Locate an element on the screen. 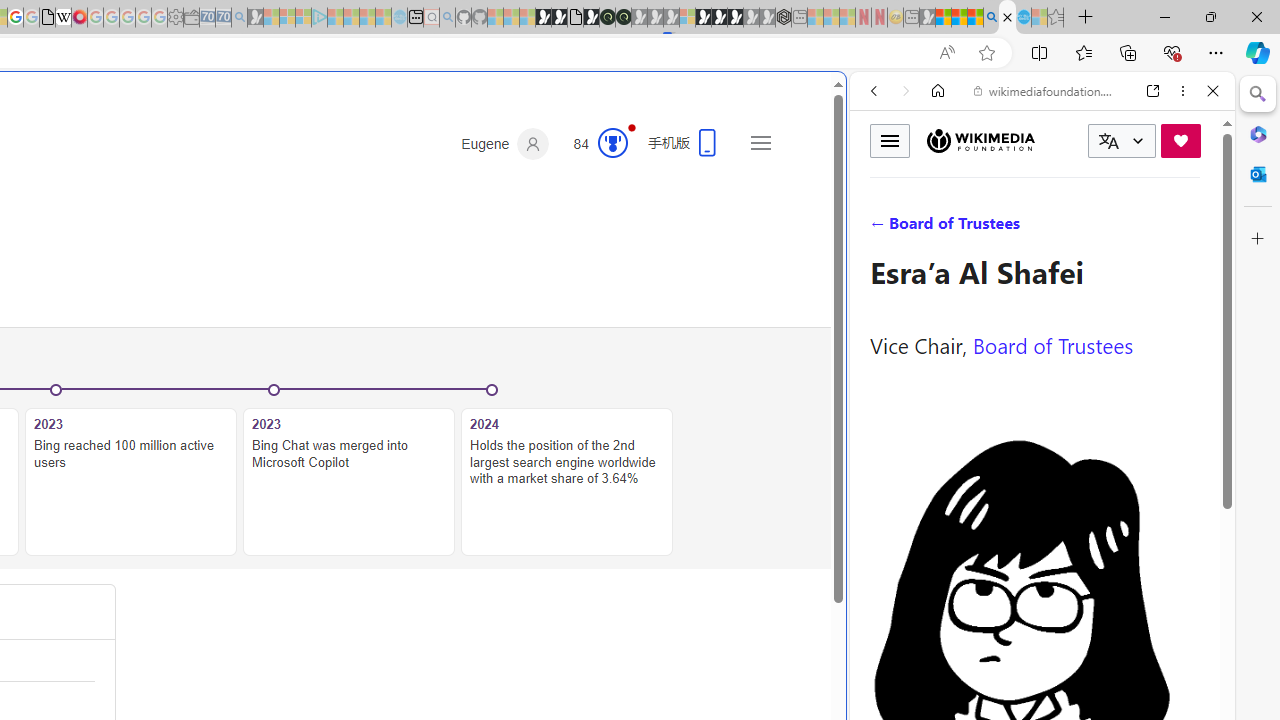  'Search Filter, WEB' is located at coordinates (881, 227).